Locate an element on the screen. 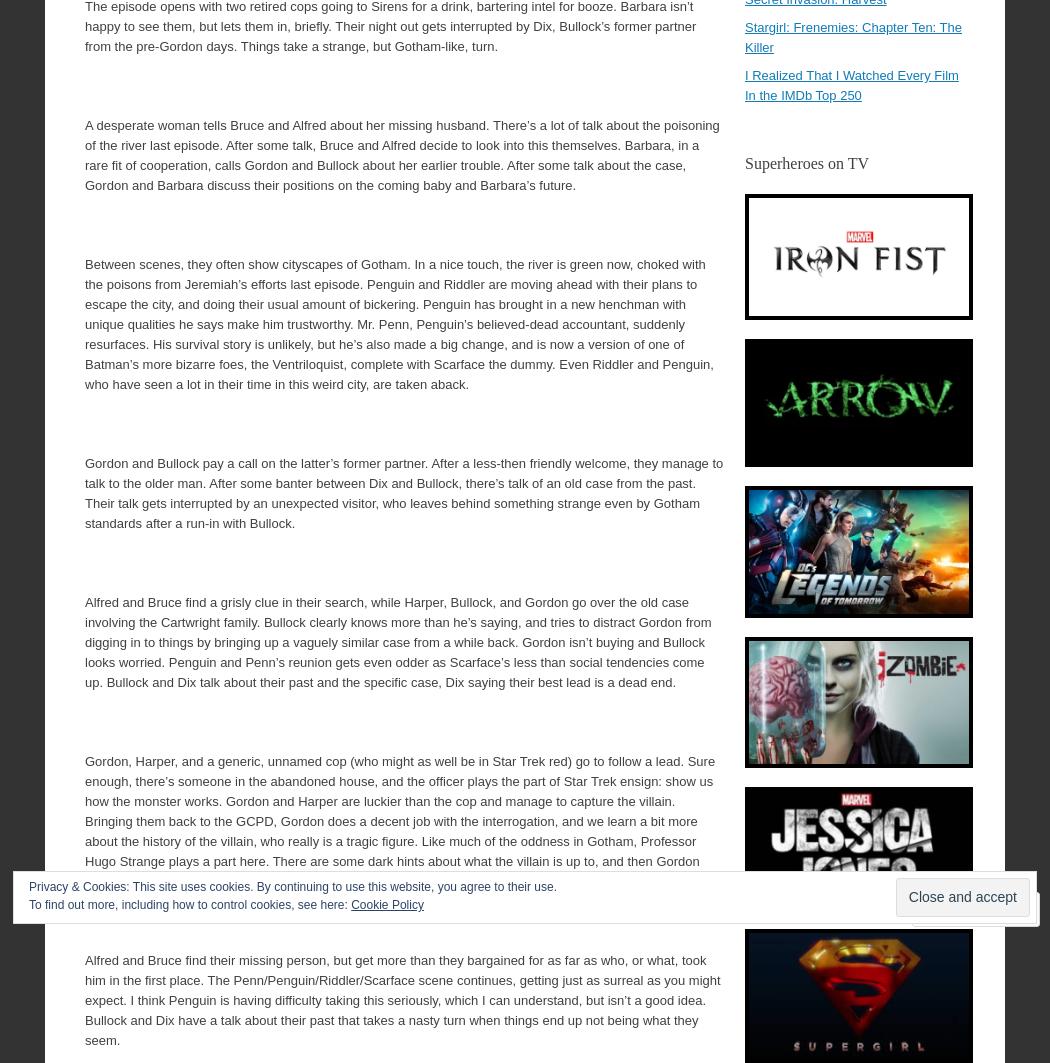  'I Realized That I Watched Every Film In the IMDb Top 250' is located at coordinates (851, 85).